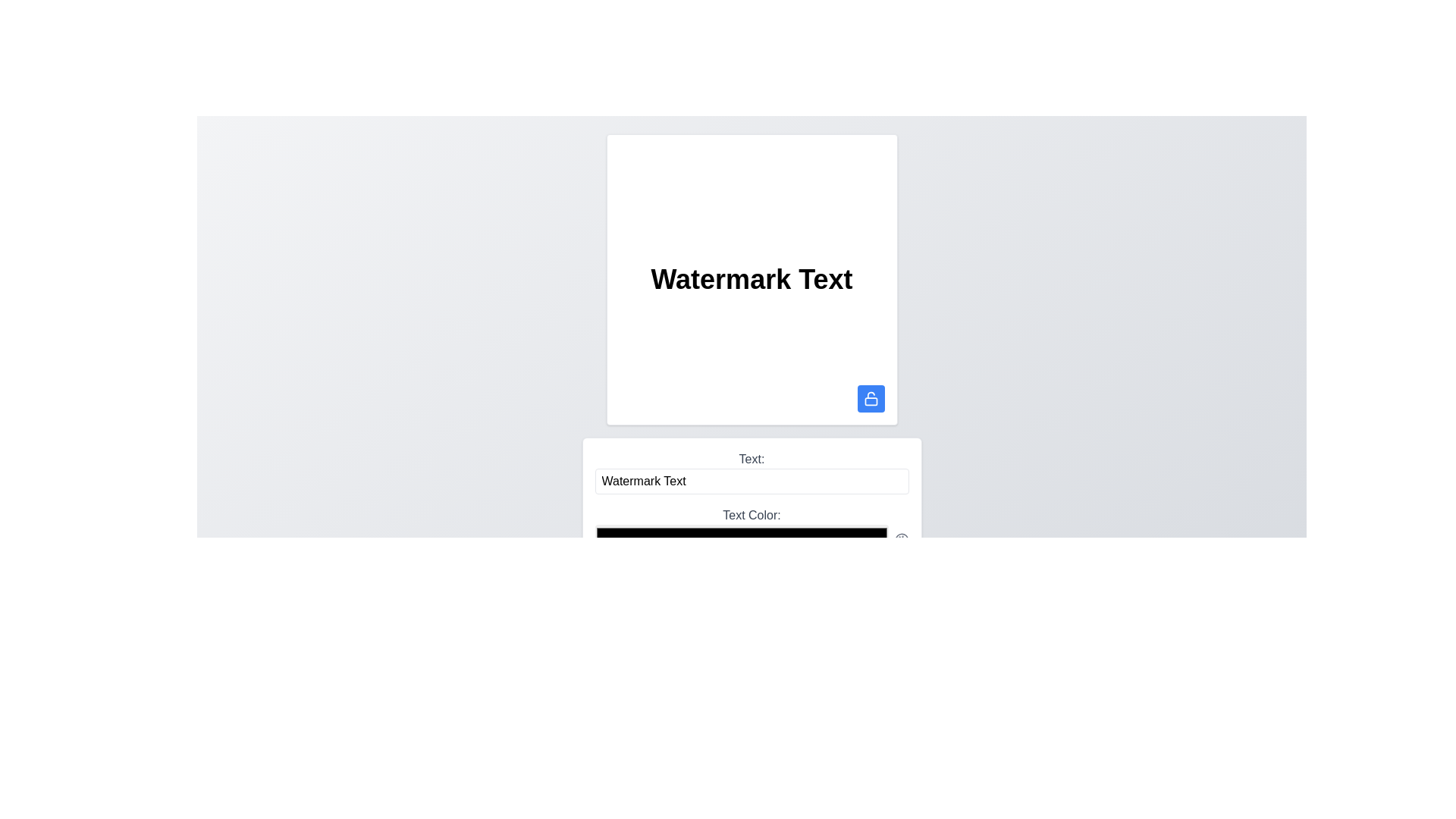  Describe the element at coordinates (752, 514) in the screenshot. I see `the label that indicates the purpose of the adjacent color selection component, which is located directly below the 'Text' input field and above the color selection component` at that location.